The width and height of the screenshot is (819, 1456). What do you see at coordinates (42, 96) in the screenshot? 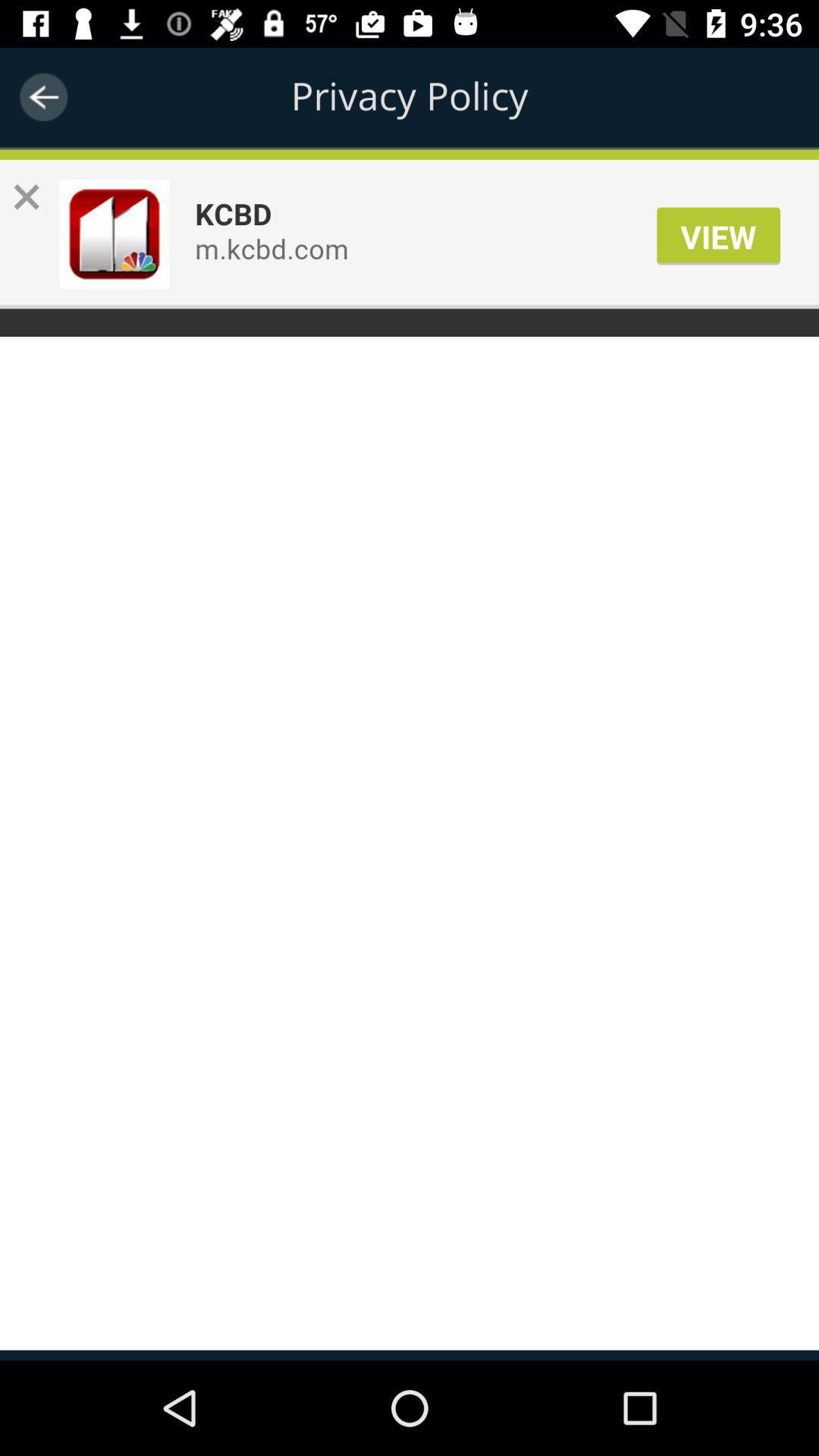
I see `the arrow_backward icon` at bounding box center [42, 96].